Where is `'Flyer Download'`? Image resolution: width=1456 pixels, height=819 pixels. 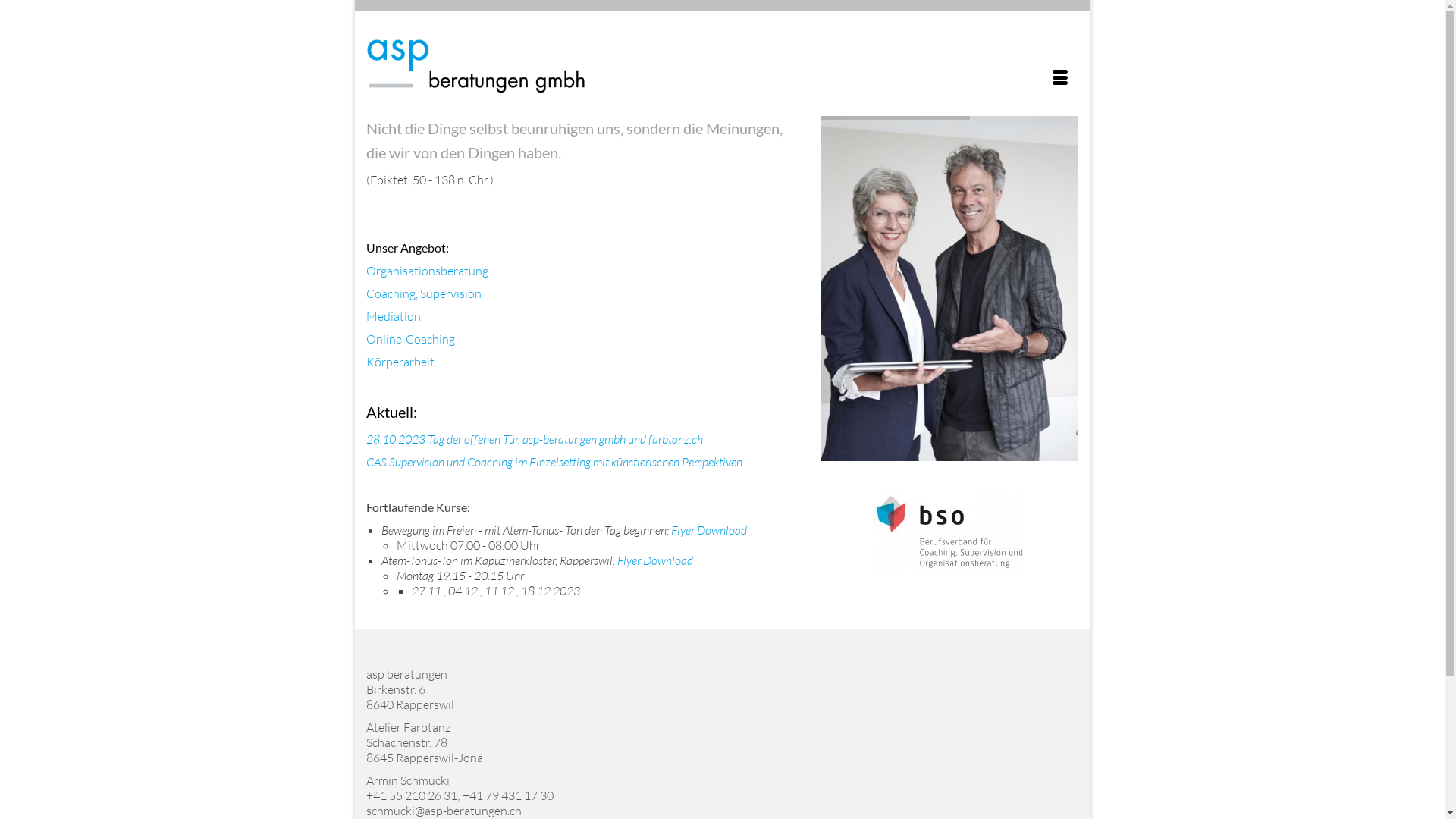 'Flyer Download' is located at coordinates (708, 529).